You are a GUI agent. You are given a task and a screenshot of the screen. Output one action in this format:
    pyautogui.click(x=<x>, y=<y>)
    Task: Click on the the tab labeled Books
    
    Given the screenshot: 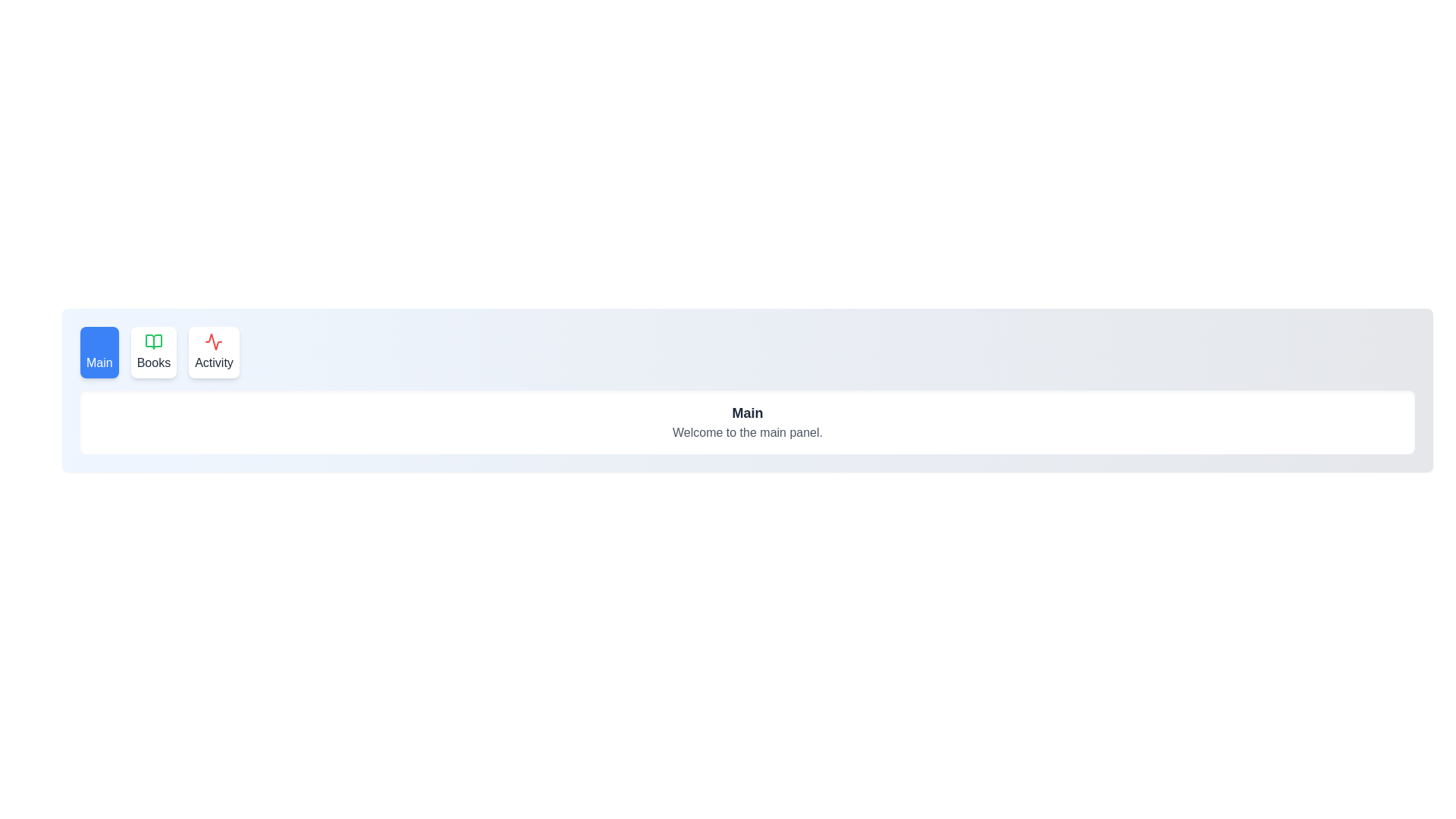 What is the action you would take?
    pyautogui.click(x=153, y=353)
    